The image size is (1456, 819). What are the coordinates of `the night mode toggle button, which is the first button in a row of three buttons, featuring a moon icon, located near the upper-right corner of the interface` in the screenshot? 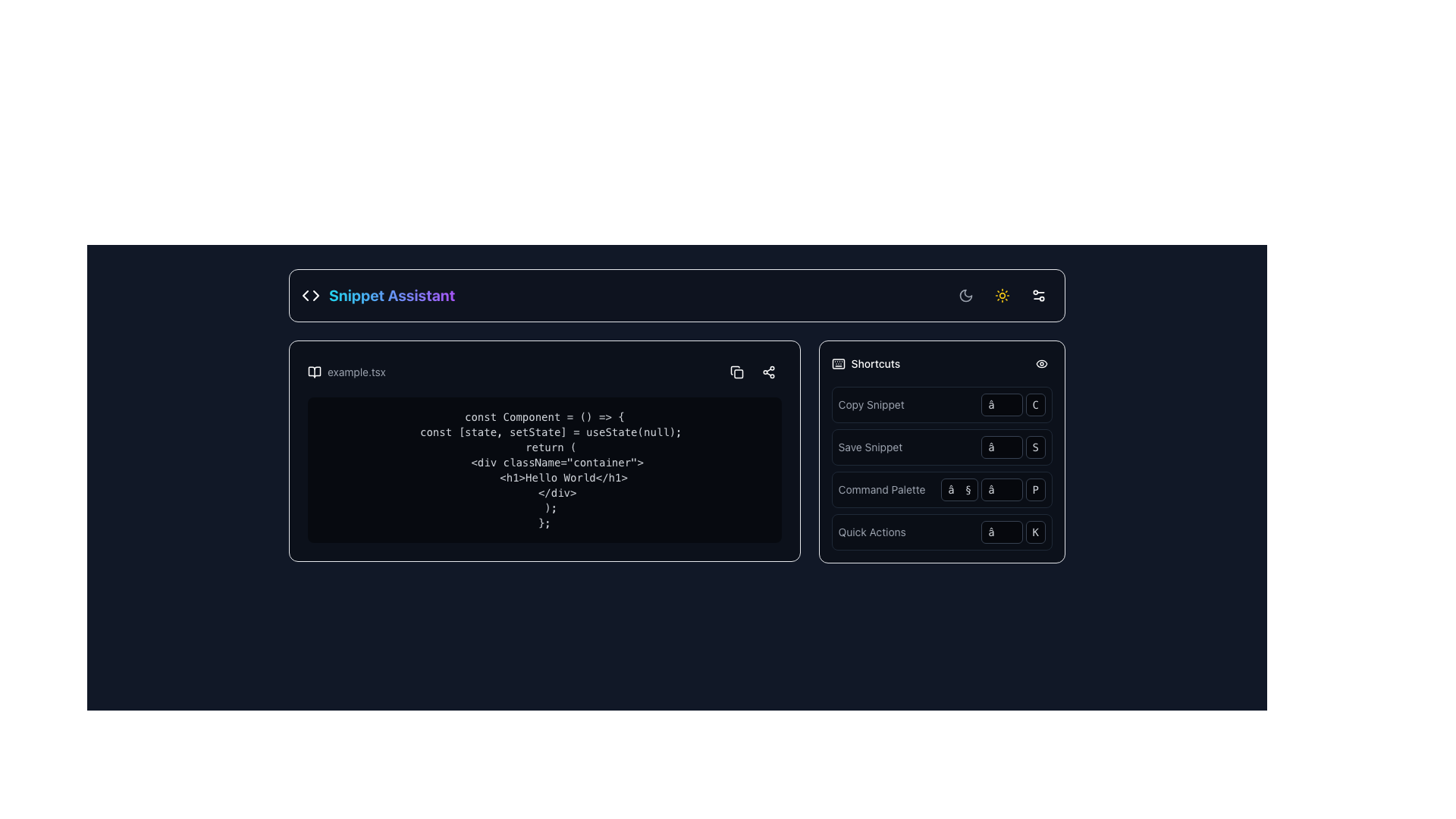 It's located at (965, 295).